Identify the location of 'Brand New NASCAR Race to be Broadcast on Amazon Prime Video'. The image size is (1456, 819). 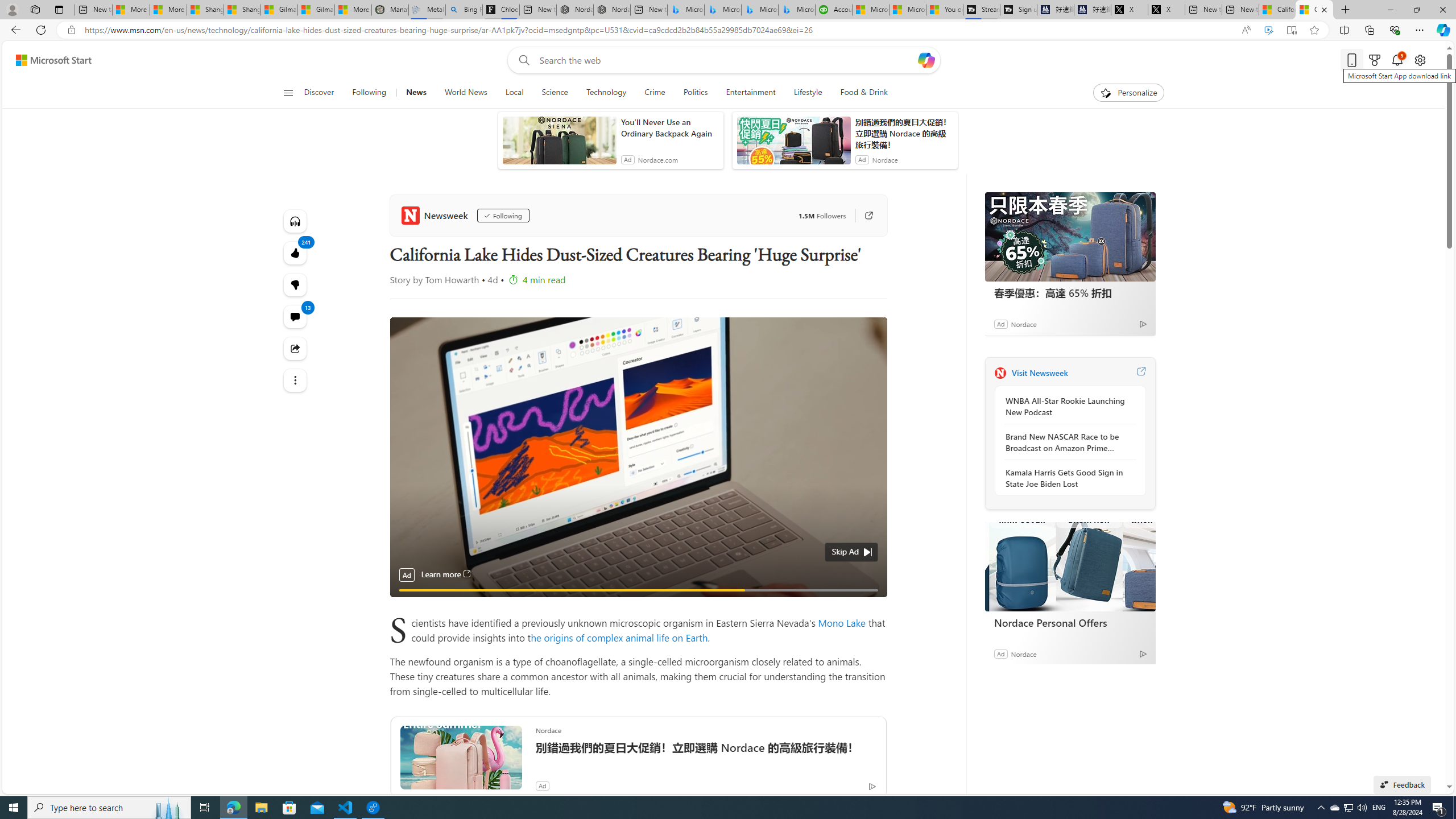
(1066, 442).